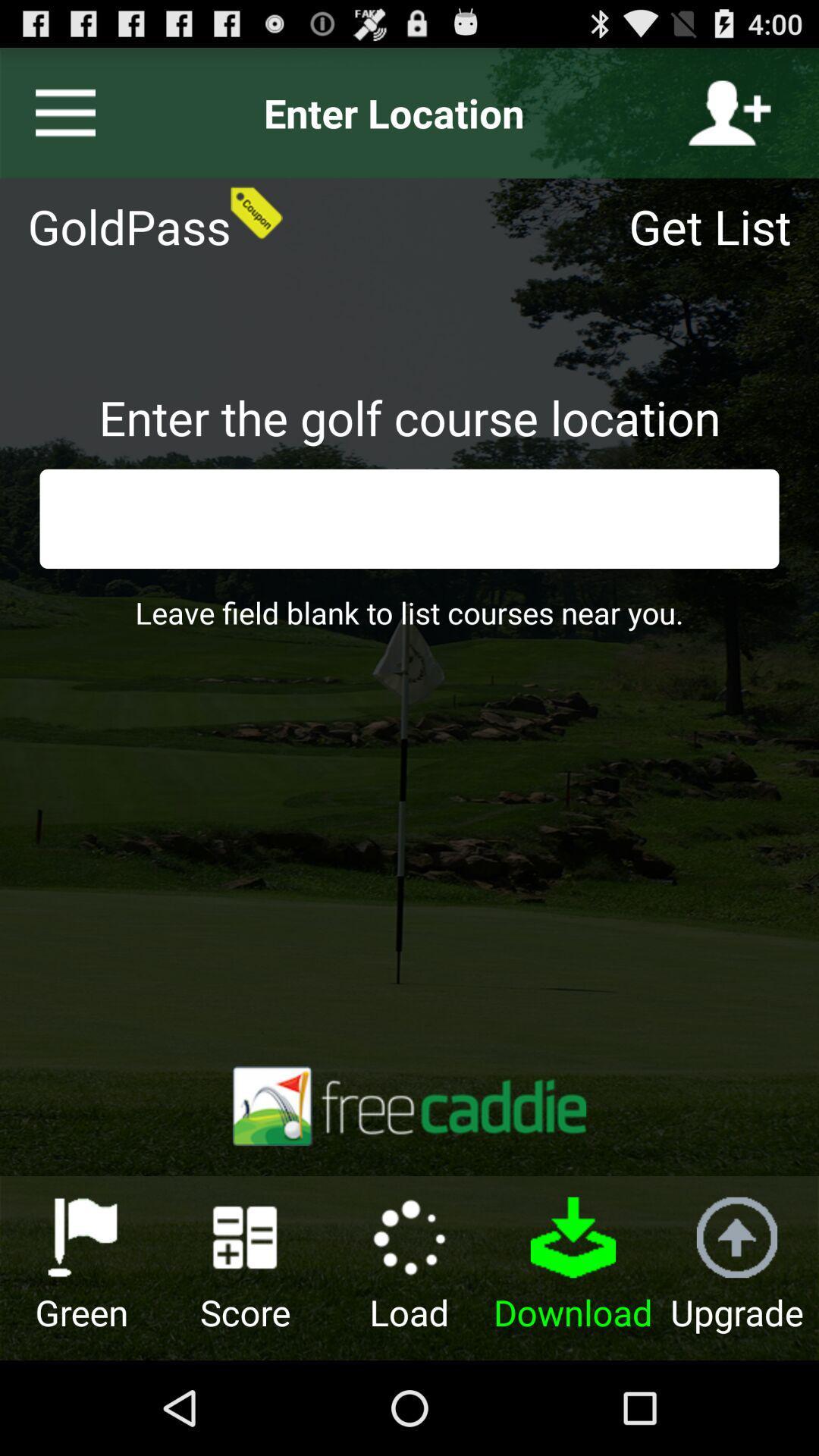 This screenshot has width=819, height=1456. I want to click on search golf courses, so click(409, 519).